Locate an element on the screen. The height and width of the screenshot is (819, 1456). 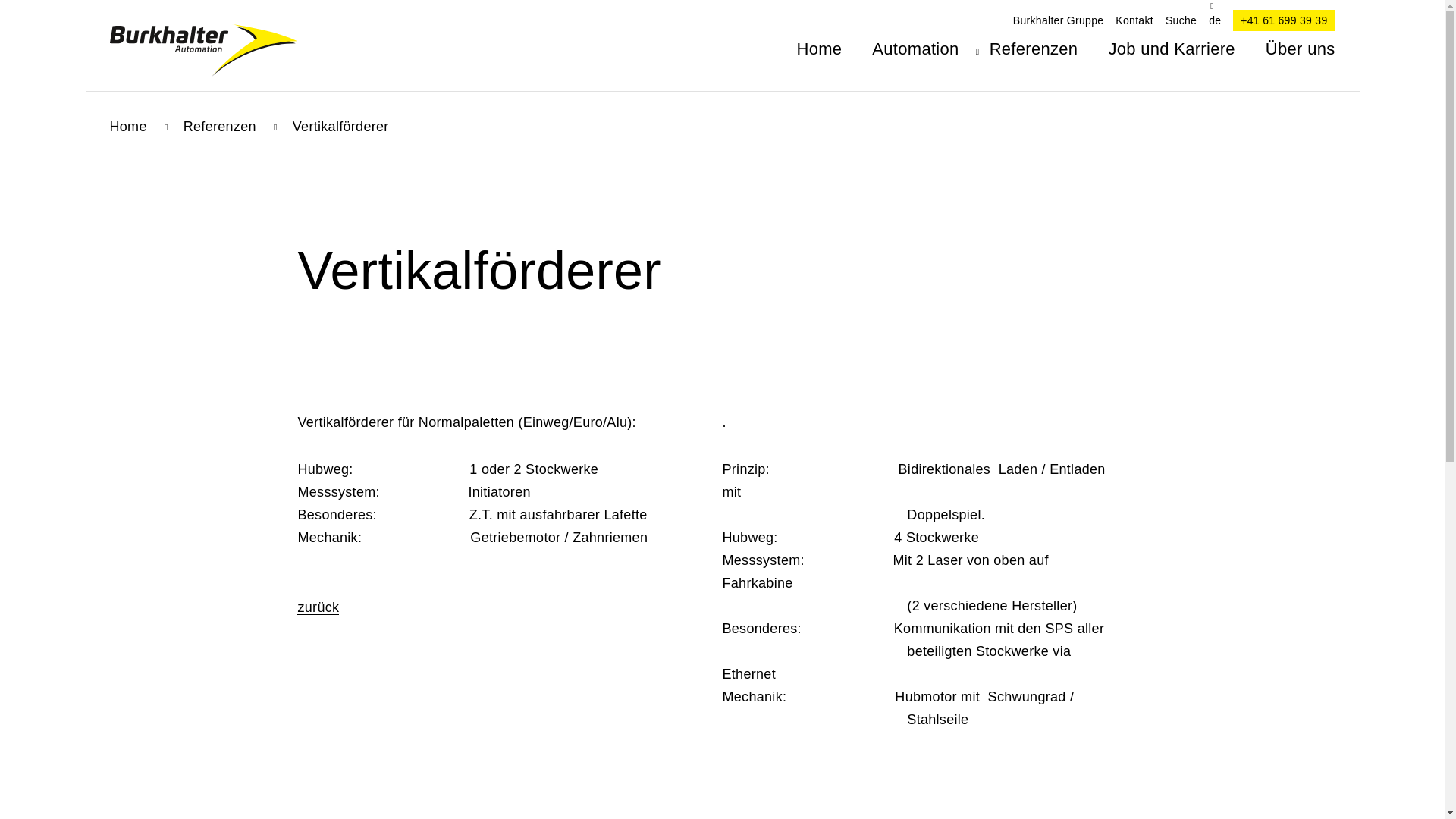
'Suche' is located at coordinates (1180, 20).